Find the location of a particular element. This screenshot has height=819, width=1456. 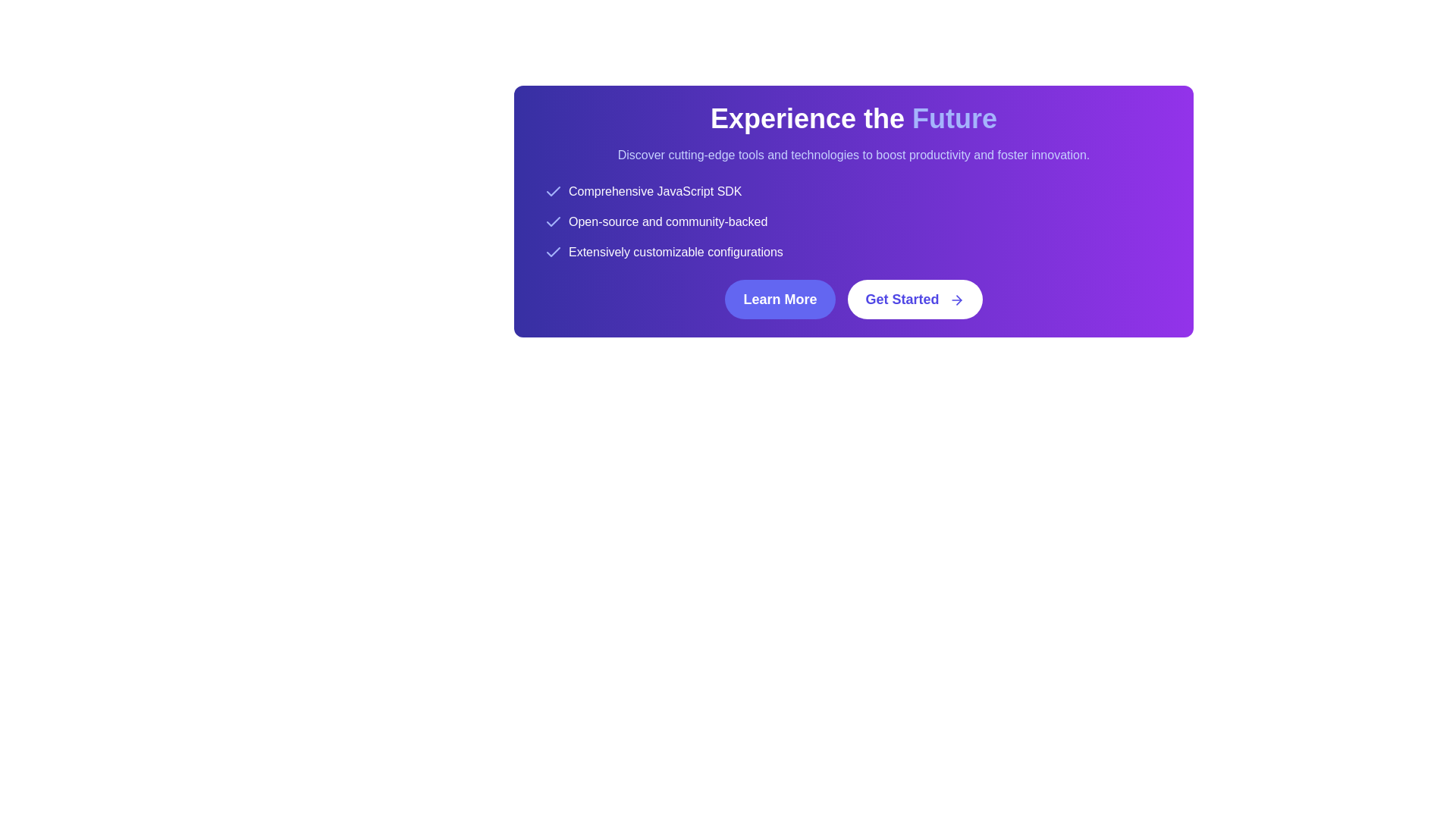

the List with icons that presents key features or benefits of the product, located below the heading 'Experience the Future' is located at coordinates (854, 222).